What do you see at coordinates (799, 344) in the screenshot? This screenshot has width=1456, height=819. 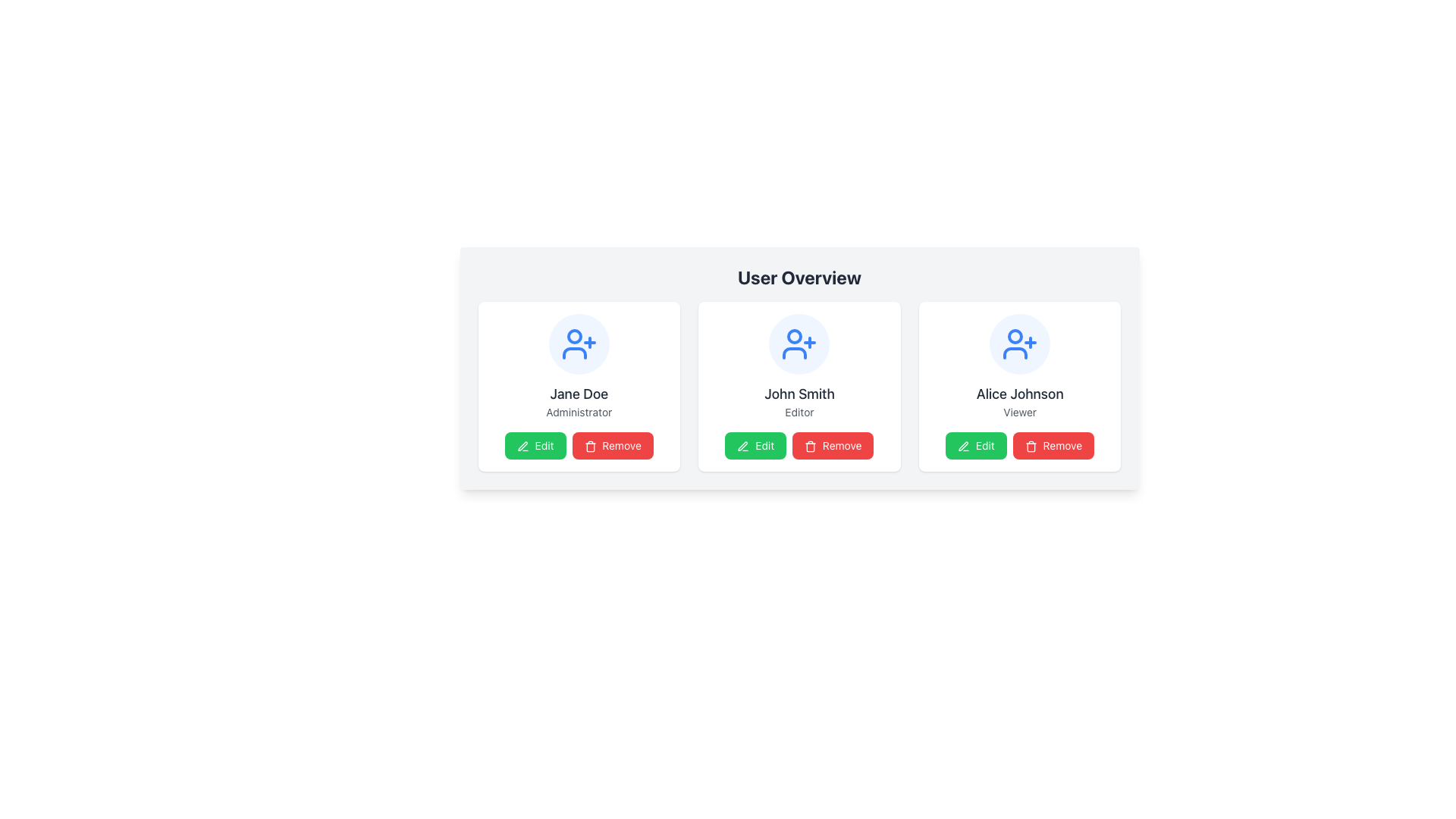 I see `the blue icon resembling a person with a plus symbol, which is located in the middle column of three user profile cards under the 'User Overview' title` at bounding box center [799, 344].